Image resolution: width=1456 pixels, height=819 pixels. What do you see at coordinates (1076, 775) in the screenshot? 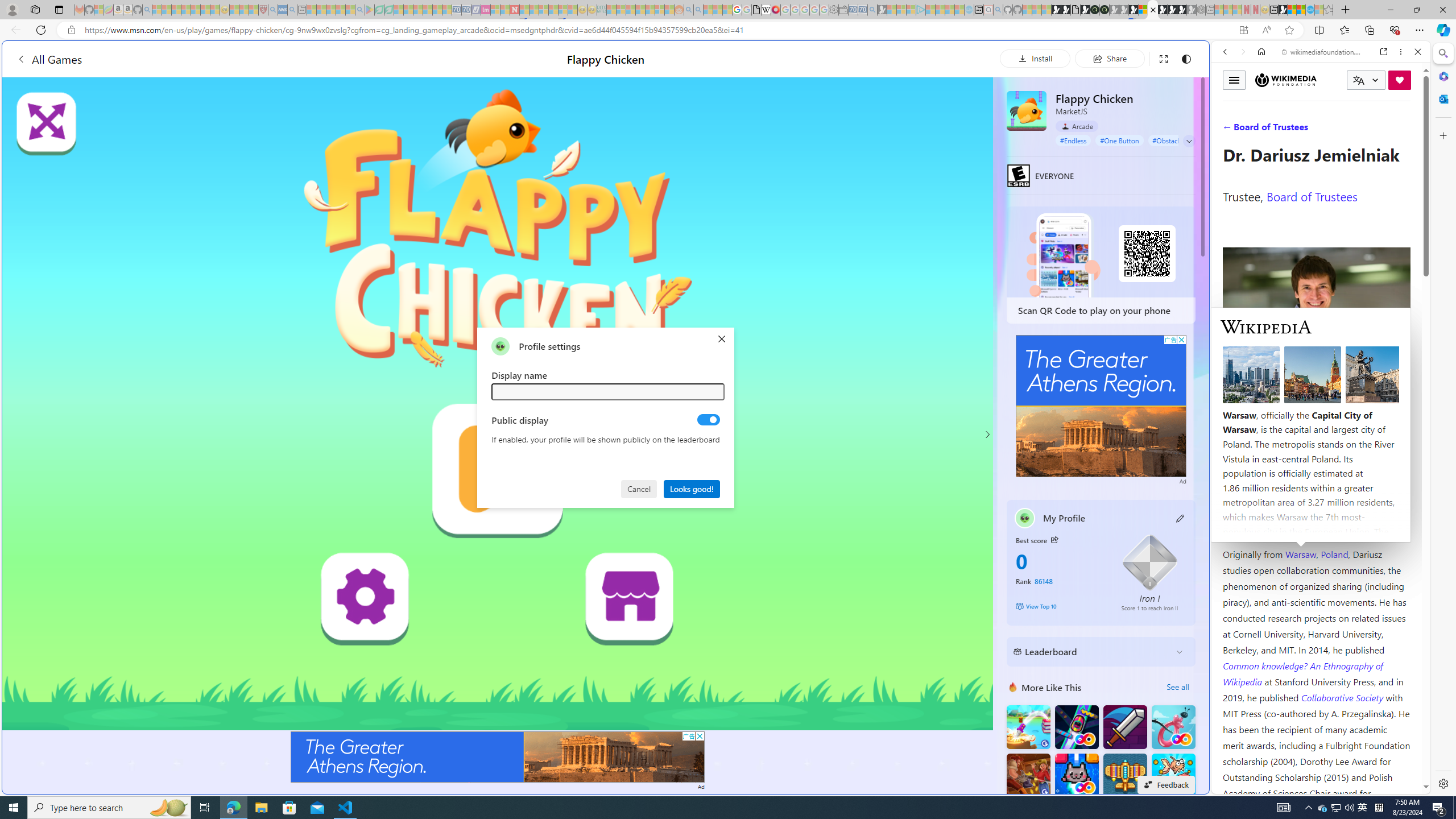
I see `'Kitten Force FRVR'` at bounding box center [1076, 775].